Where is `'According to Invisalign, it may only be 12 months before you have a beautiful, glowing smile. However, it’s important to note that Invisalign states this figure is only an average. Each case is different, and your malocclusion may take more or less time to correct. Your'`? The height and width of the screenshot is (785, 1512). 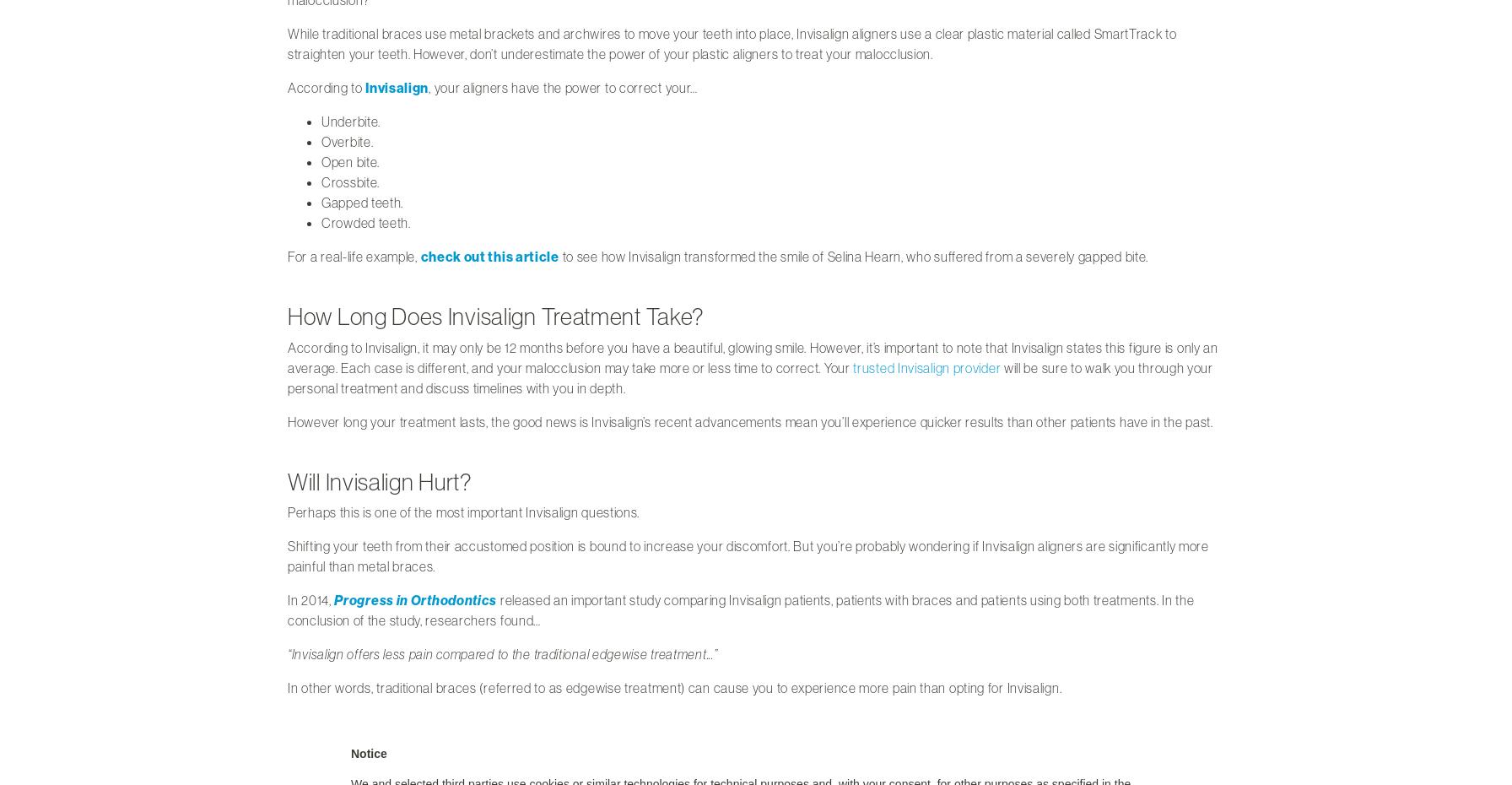 'According to Invisalign, it may only be 12 months before you have a beautiful, glowing smile. However, it’s important to note that Invisalign states this figure is only an average. Each case is different, and your malocclusion may take more or less time to correct. Your' is located at coordinates (753, 356).